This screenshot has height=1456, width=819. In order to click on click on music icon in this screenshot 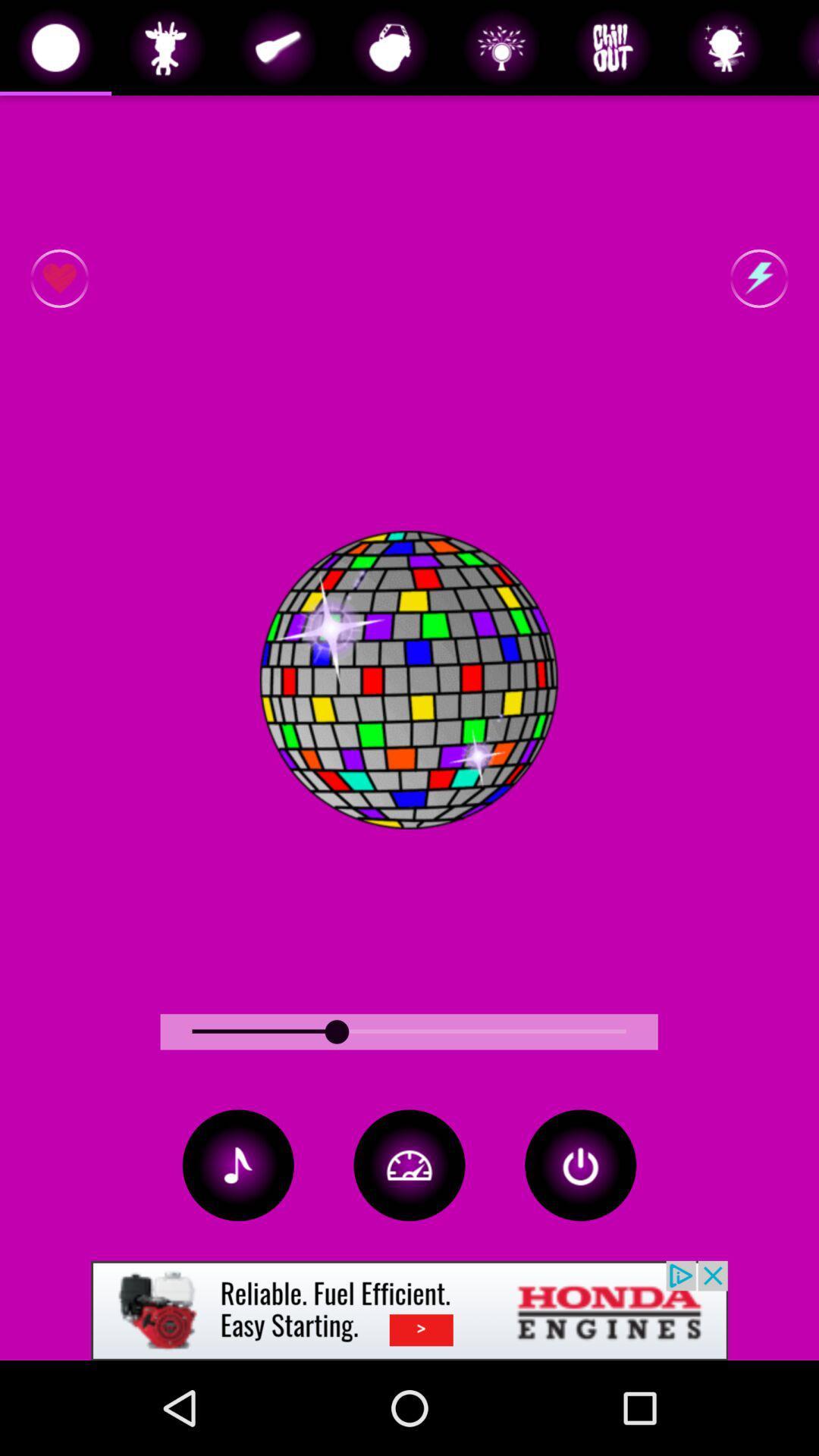, I will do `click(238, 1164)`.